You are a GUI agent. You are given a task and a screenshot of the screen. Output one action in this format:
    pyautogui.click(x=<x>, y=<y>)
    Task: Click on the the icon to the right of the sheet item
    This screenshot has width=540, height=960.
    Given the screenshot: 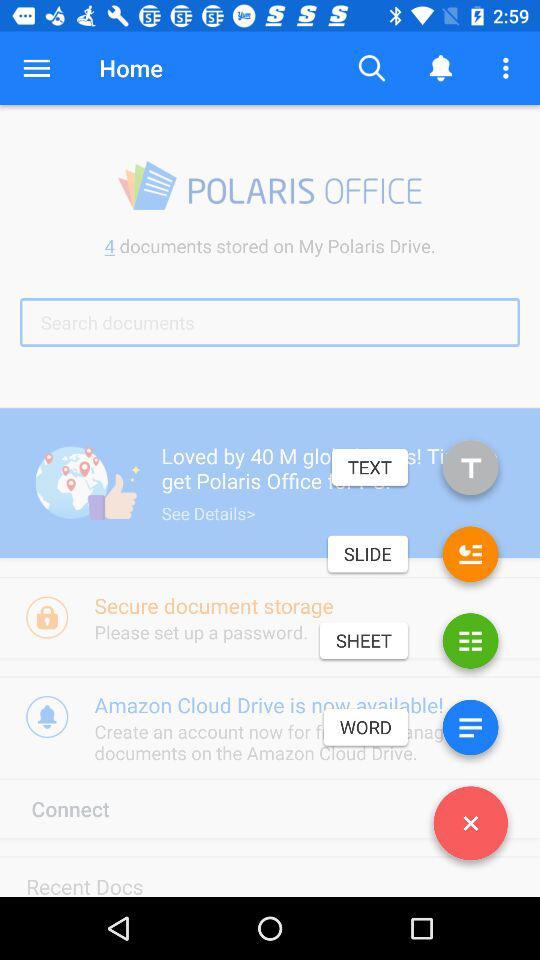 What is the action you would take?
    pyautogui.click(x=470, y=644)
    